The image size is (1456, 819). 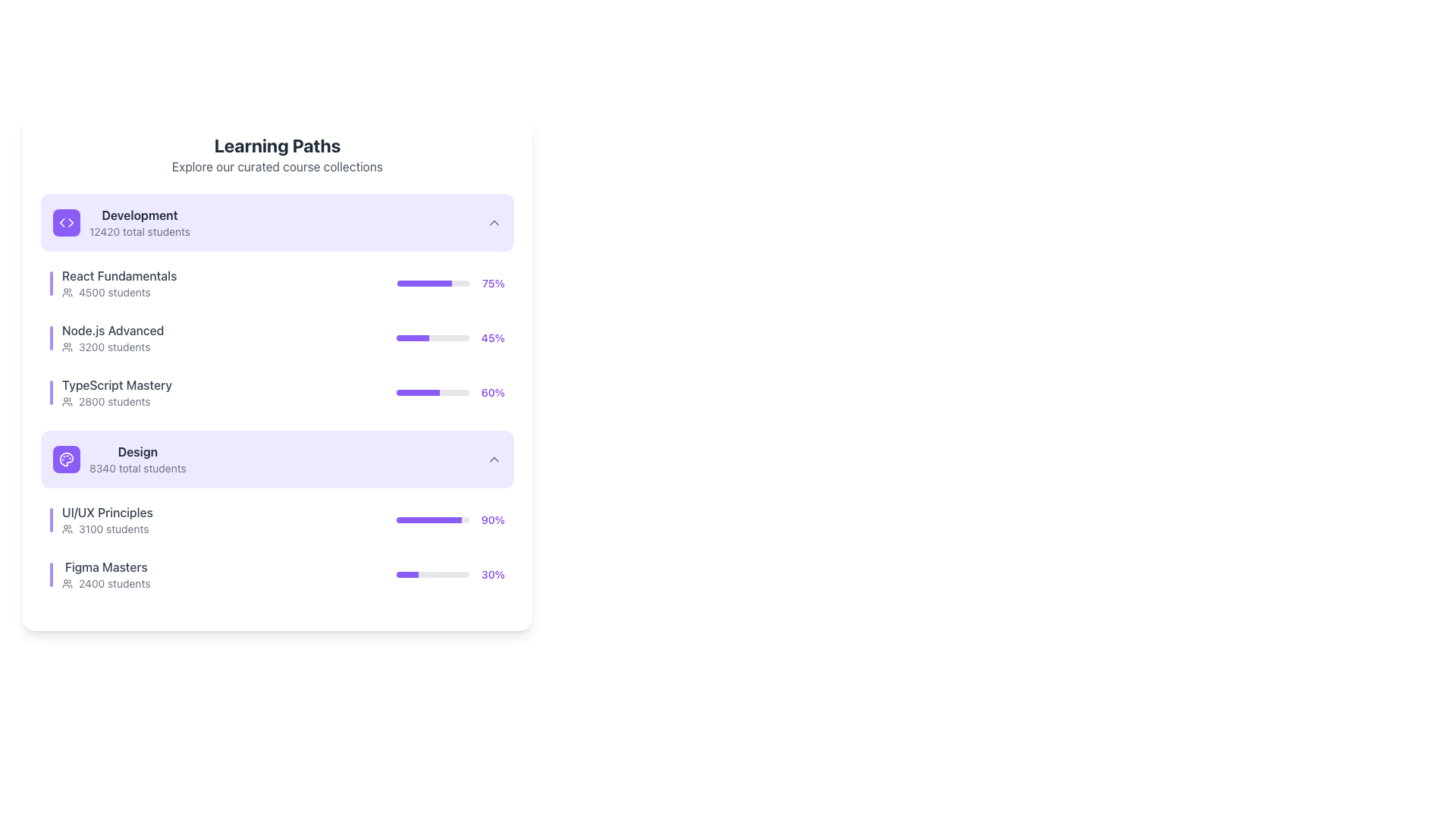 I want to click on progress, so click(x=408, y=337).